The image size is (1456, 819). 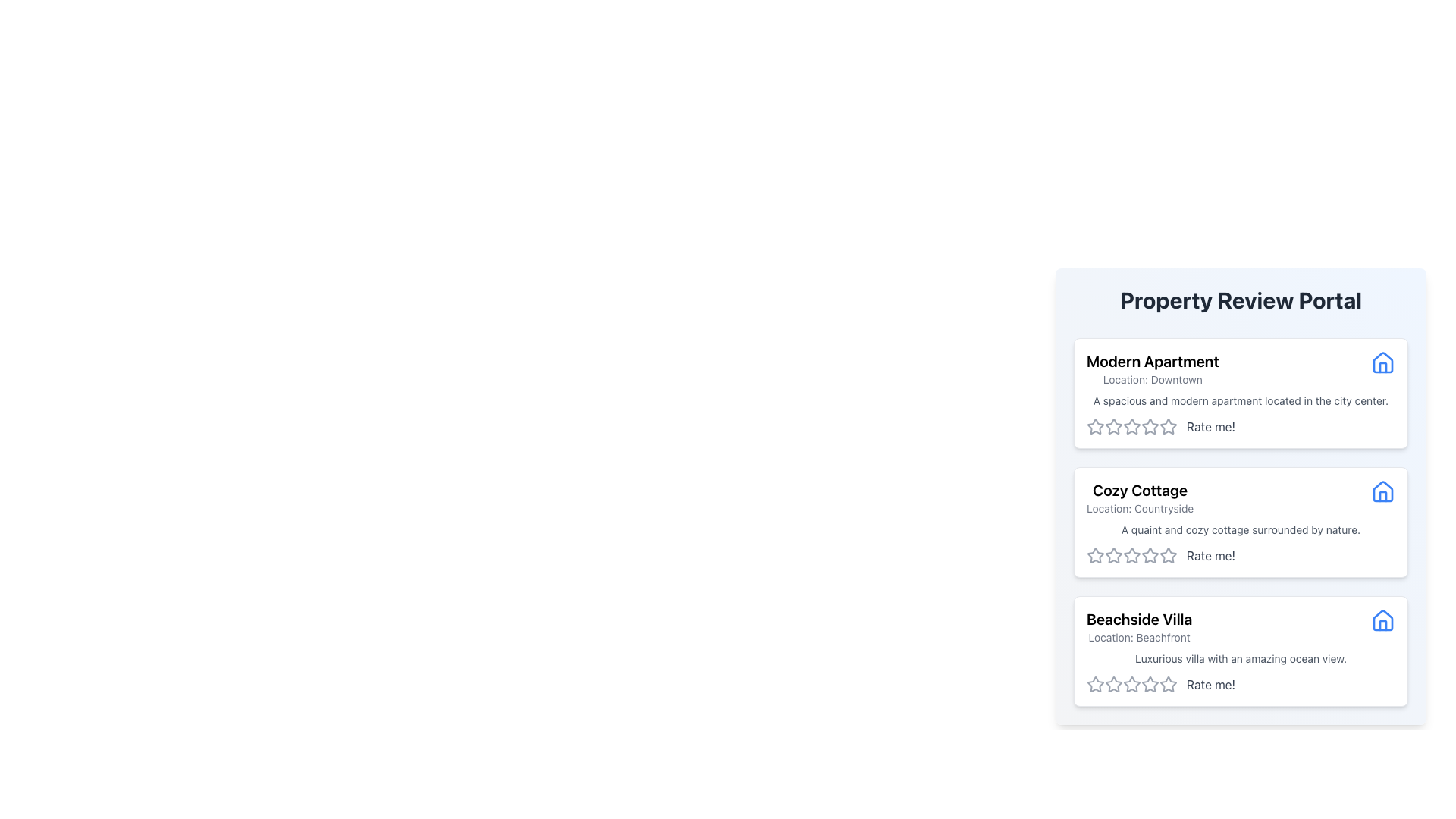 I want to click on the first star icon in the rating system under the 'Modern Apartment' section, so click(x=1095, y=426).